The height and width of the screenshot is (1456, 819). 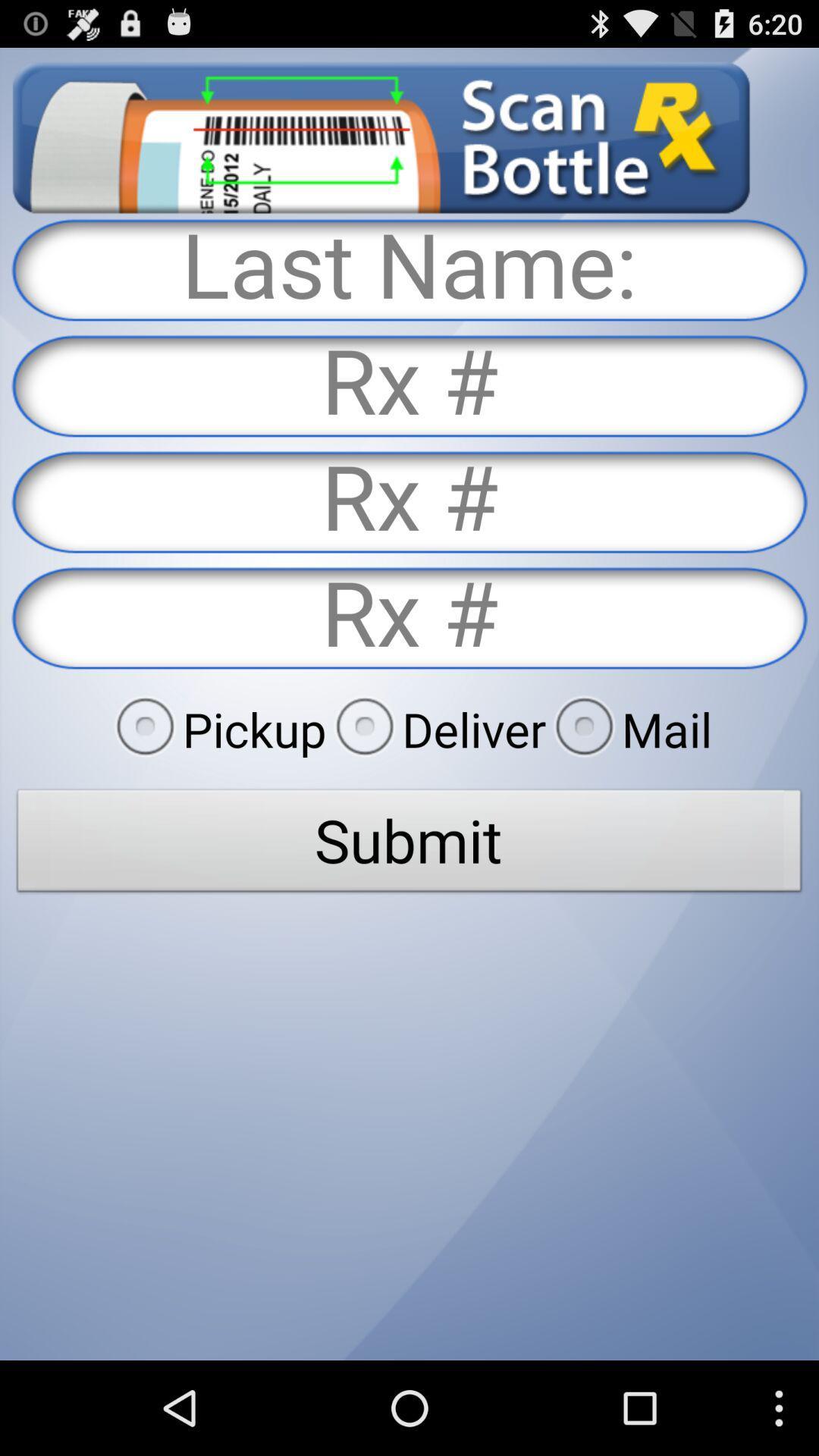 What do you see at coordinates (436, 729) in the screenshot?
I see `icon to the left of mail` at bounding box center [436, 729].